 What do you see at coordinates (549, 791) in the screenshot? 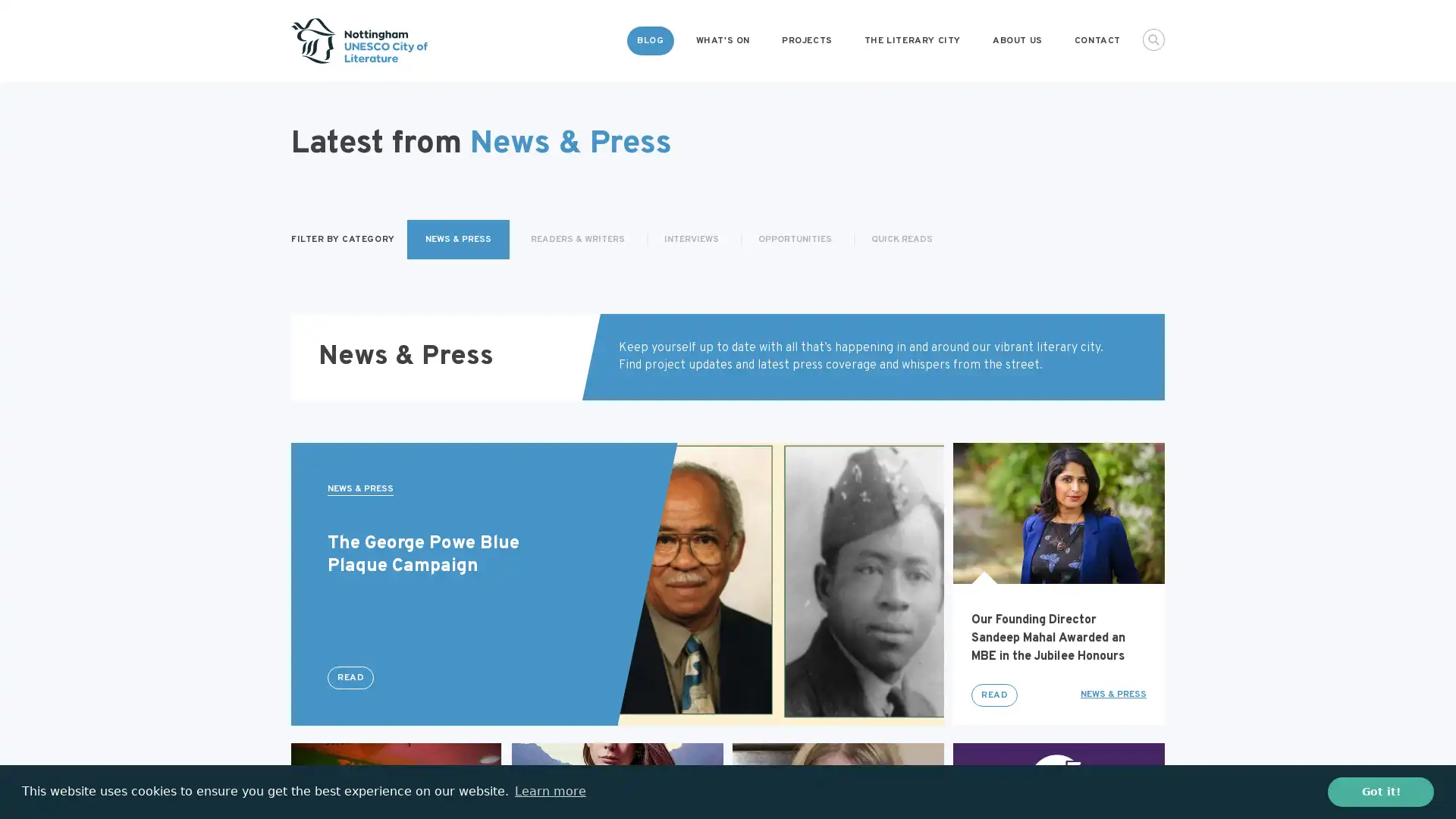
I see `learn more about cookies` at bounding box center [549, 791].